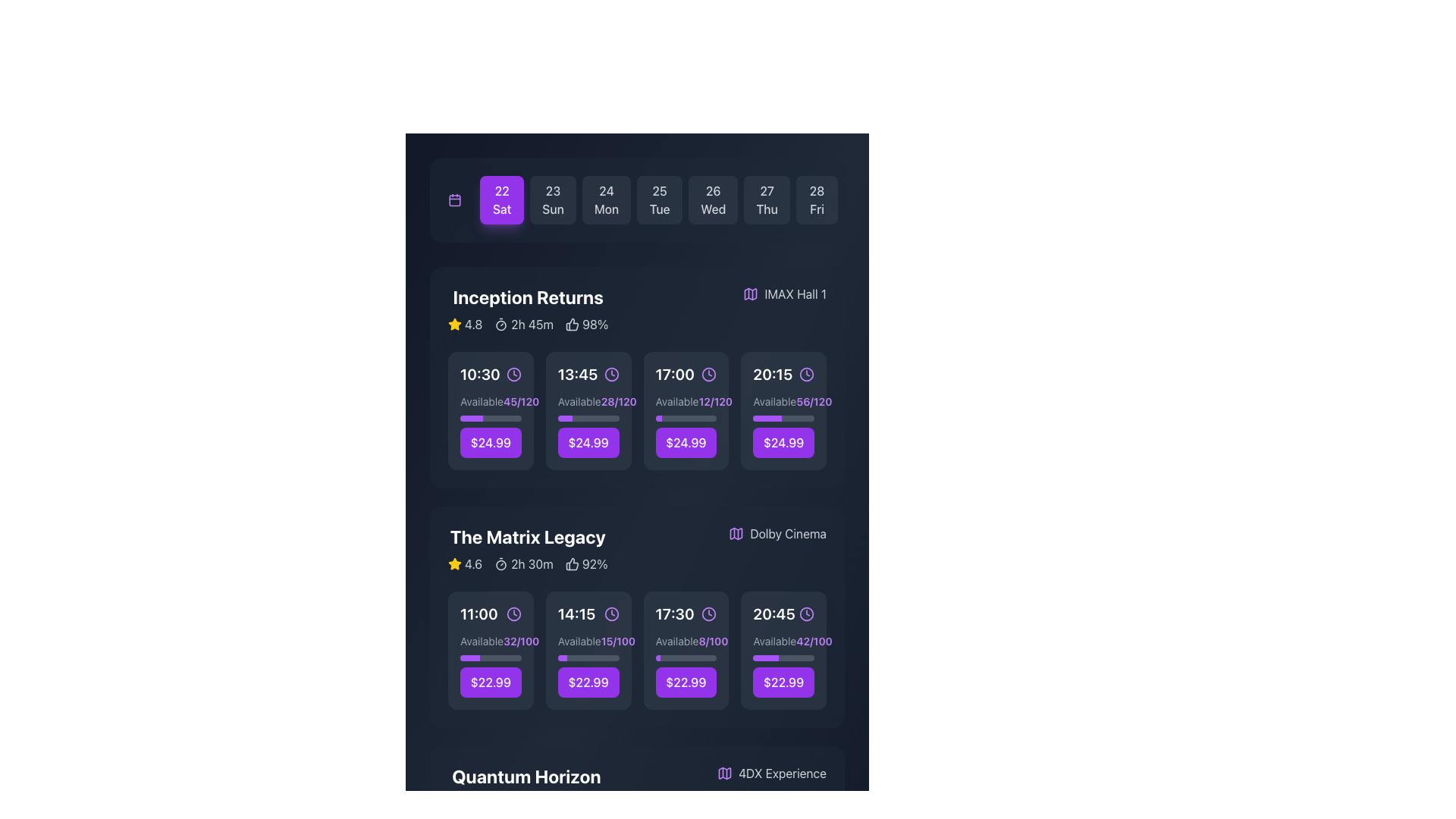 The width and height of the screenshot is (1456, 819). Describe the element at coordinates (783, 411) in the screenshot. I see `the prominent purple button at the bottom of the interactive card displaying the price '$24.99'` at that location.